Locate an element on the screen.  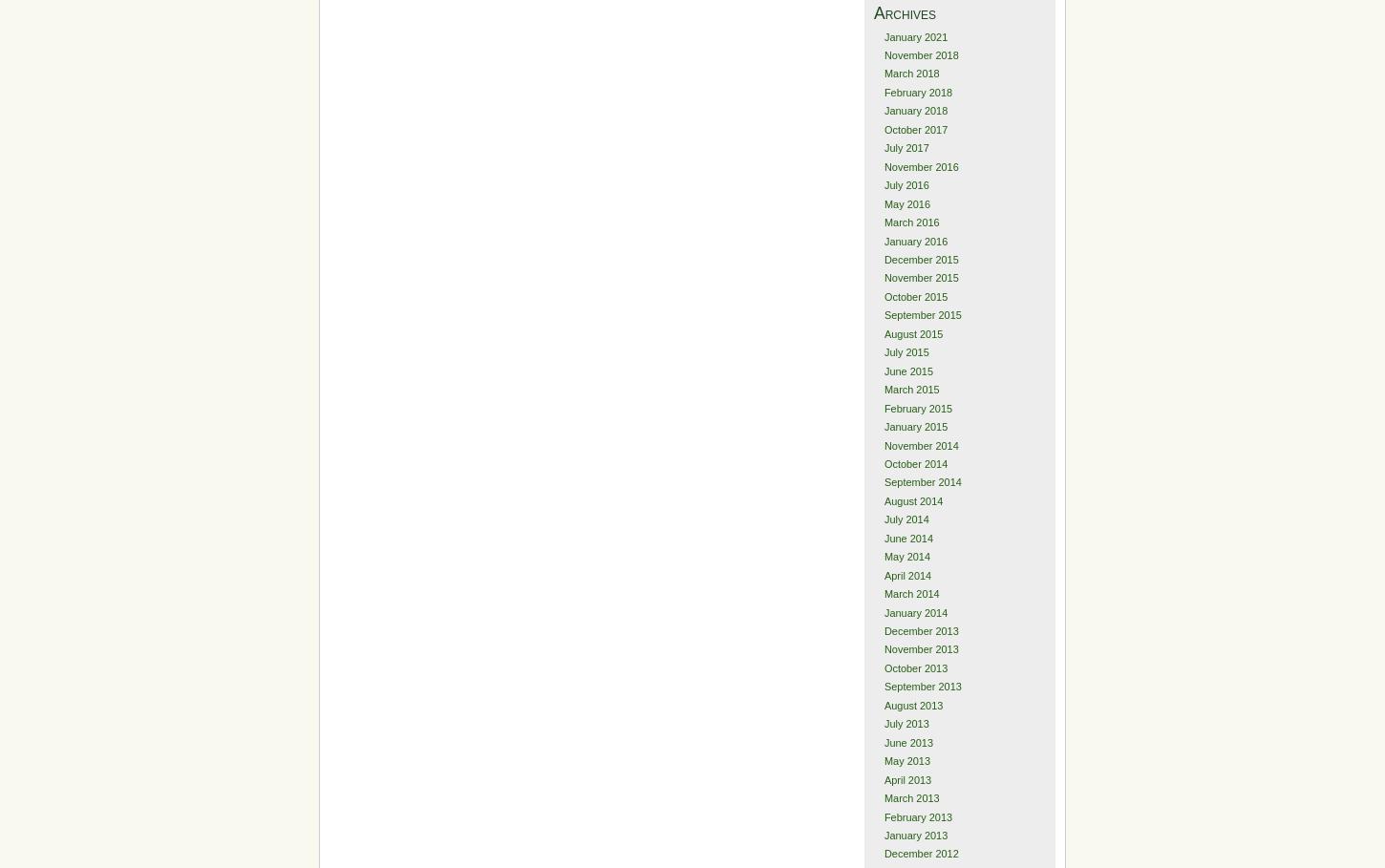
'November 2018' is located at coordinates (919, 53).